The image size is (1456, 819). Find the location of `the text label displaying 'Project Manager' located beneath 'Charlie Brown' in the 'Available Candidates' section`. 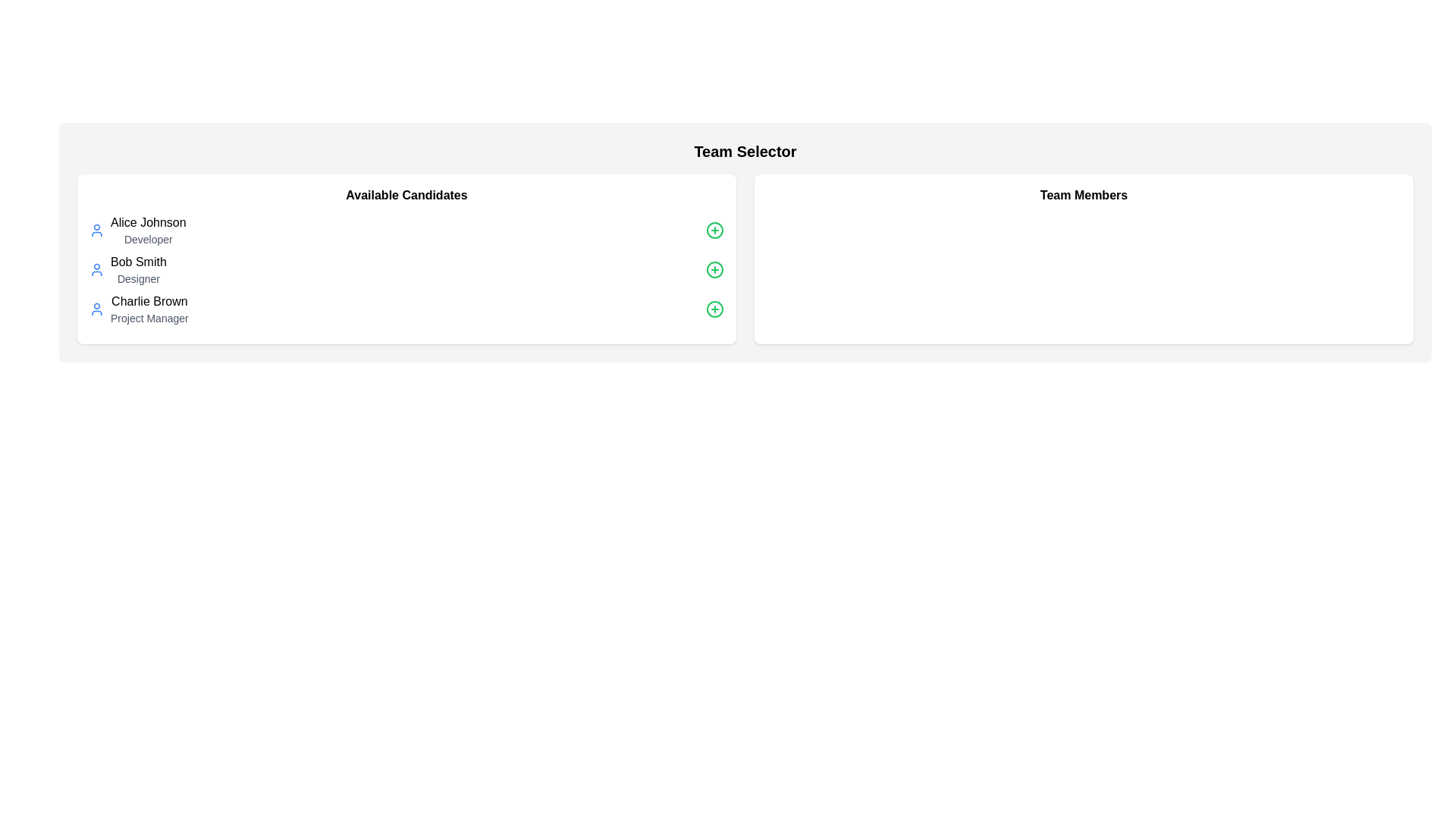

the text label displaying 'Project Manager' located beneath 'Charlie Brown' in the 'Available Candidates' section is located at coordinates (149, 318).